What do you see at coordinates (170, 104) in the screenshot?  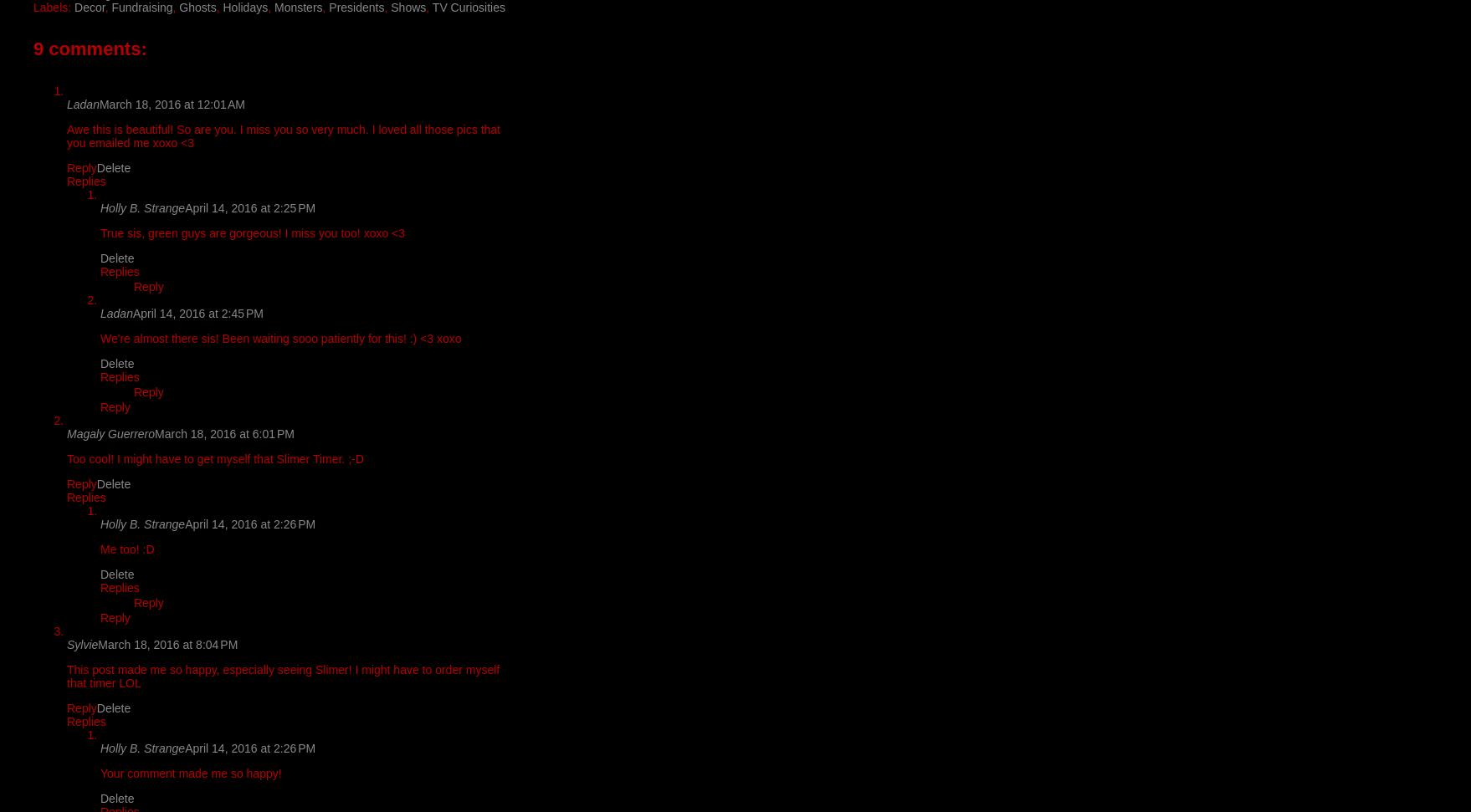 I see `'March 18, 2016 at 12:01 AM'` at bounding box center [170, 104].